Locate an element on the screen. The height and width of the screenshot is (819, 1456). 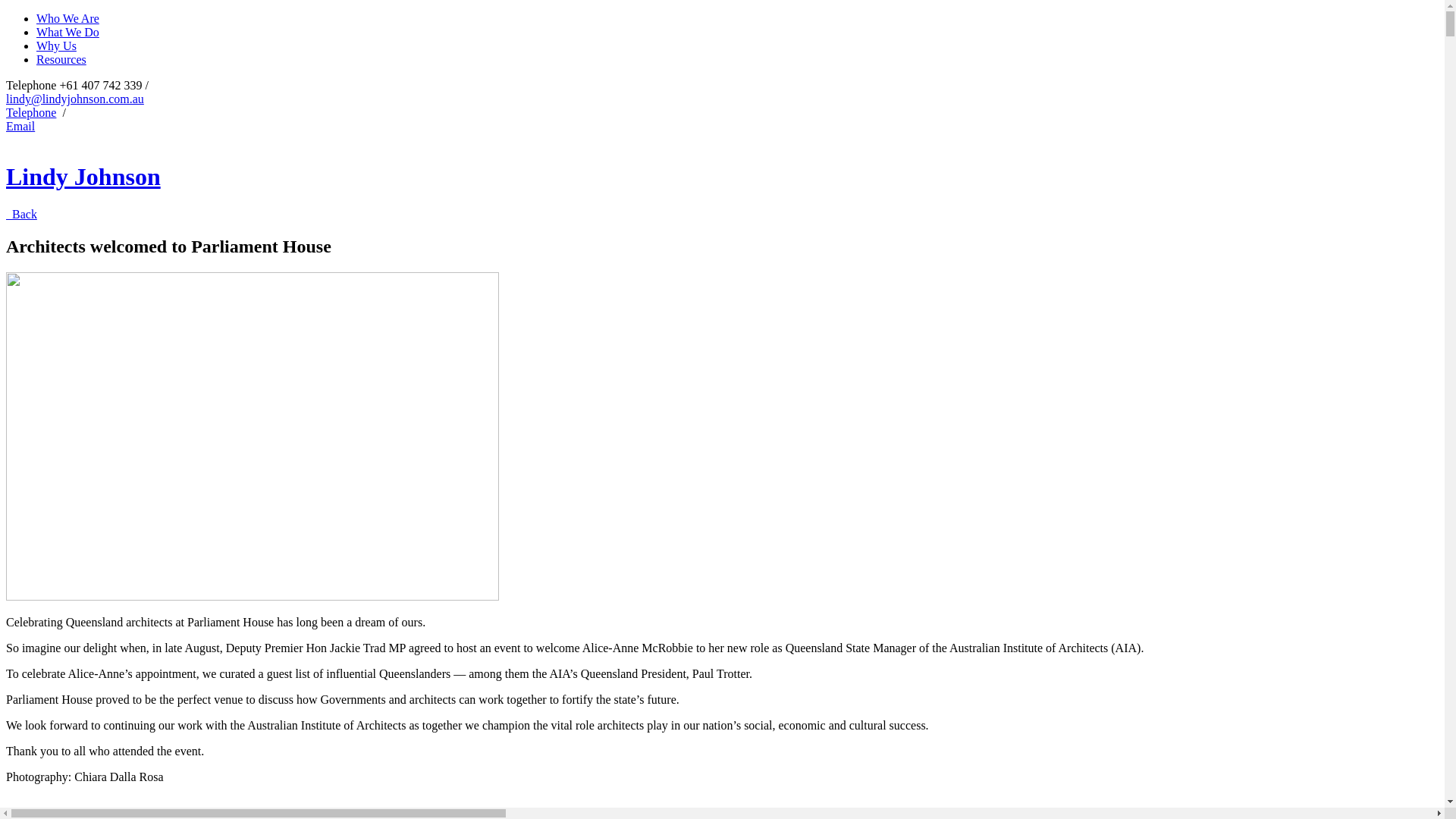
'lindy@lindyjohnson.com.au' is located at coordinates (74, 99).